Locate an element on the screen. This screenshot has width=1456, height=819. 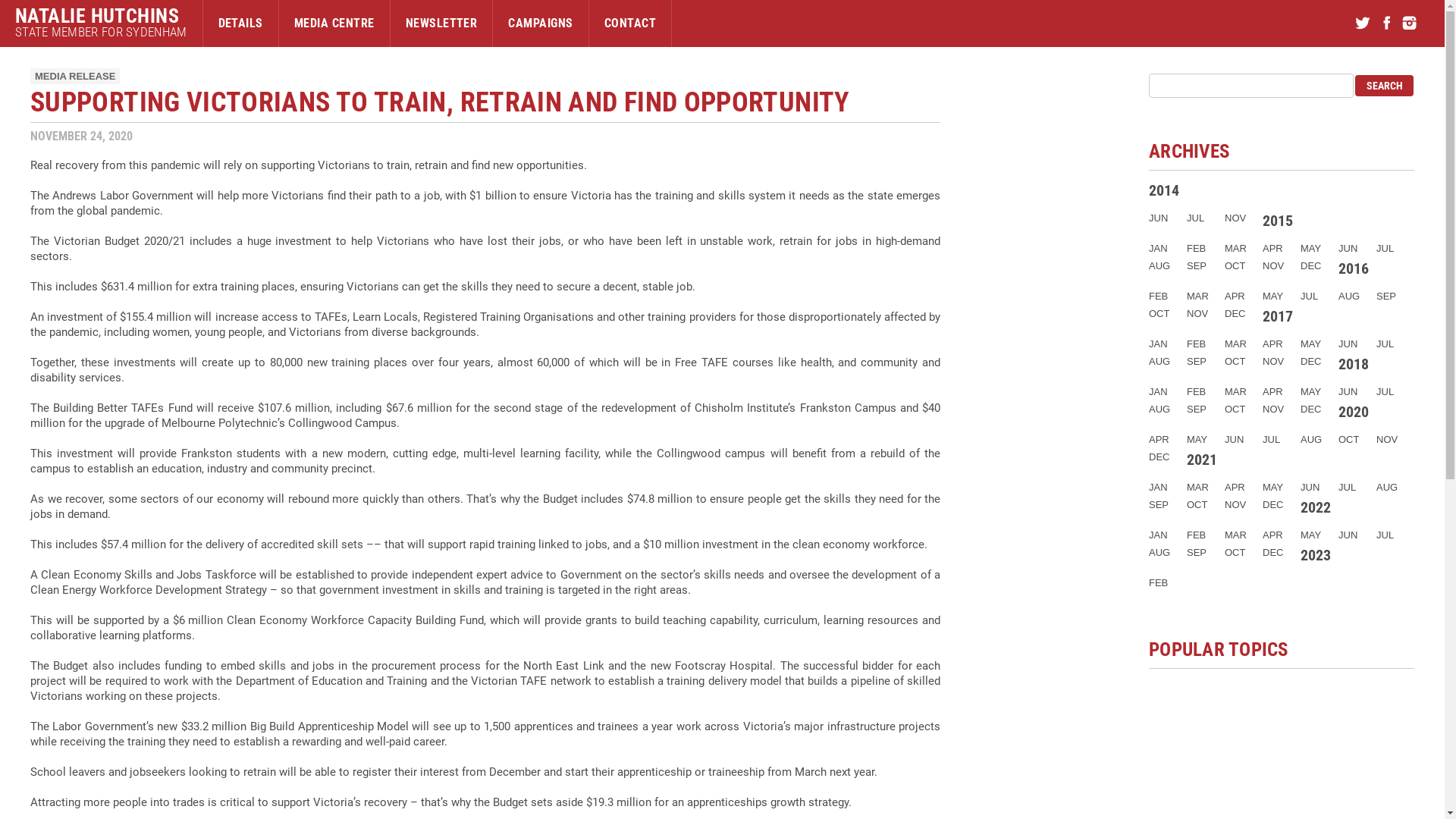
'2014' is located at coordinates (1163, 189).